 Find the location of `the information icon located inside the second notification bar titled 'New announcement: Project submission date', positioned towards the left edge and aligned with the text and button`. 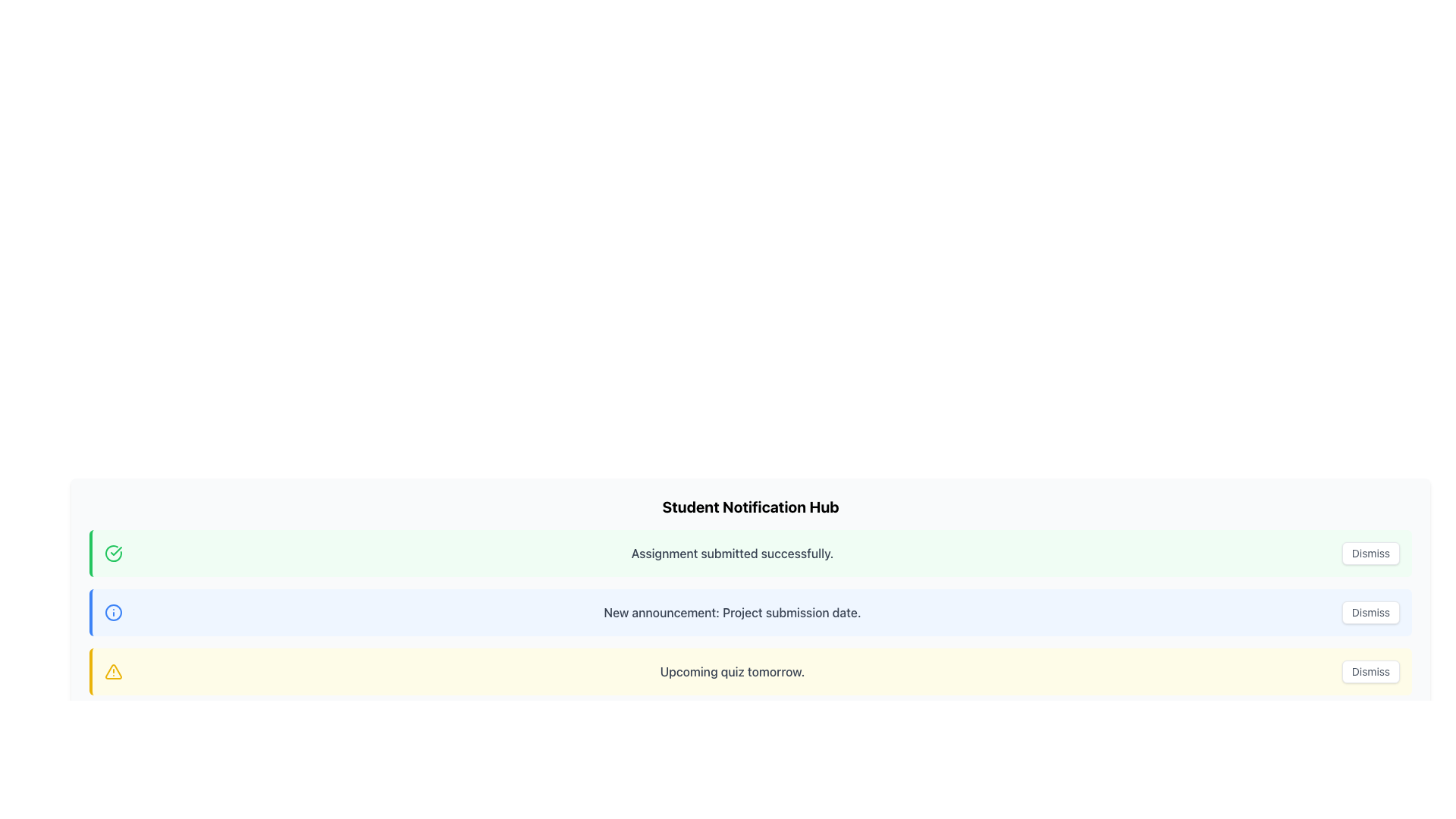

the information icon located inside the second notification bar titled 'New announcement: Project submission date', positioned towards the left edge and aligned with the text and button is located at coordinates (112, 611).